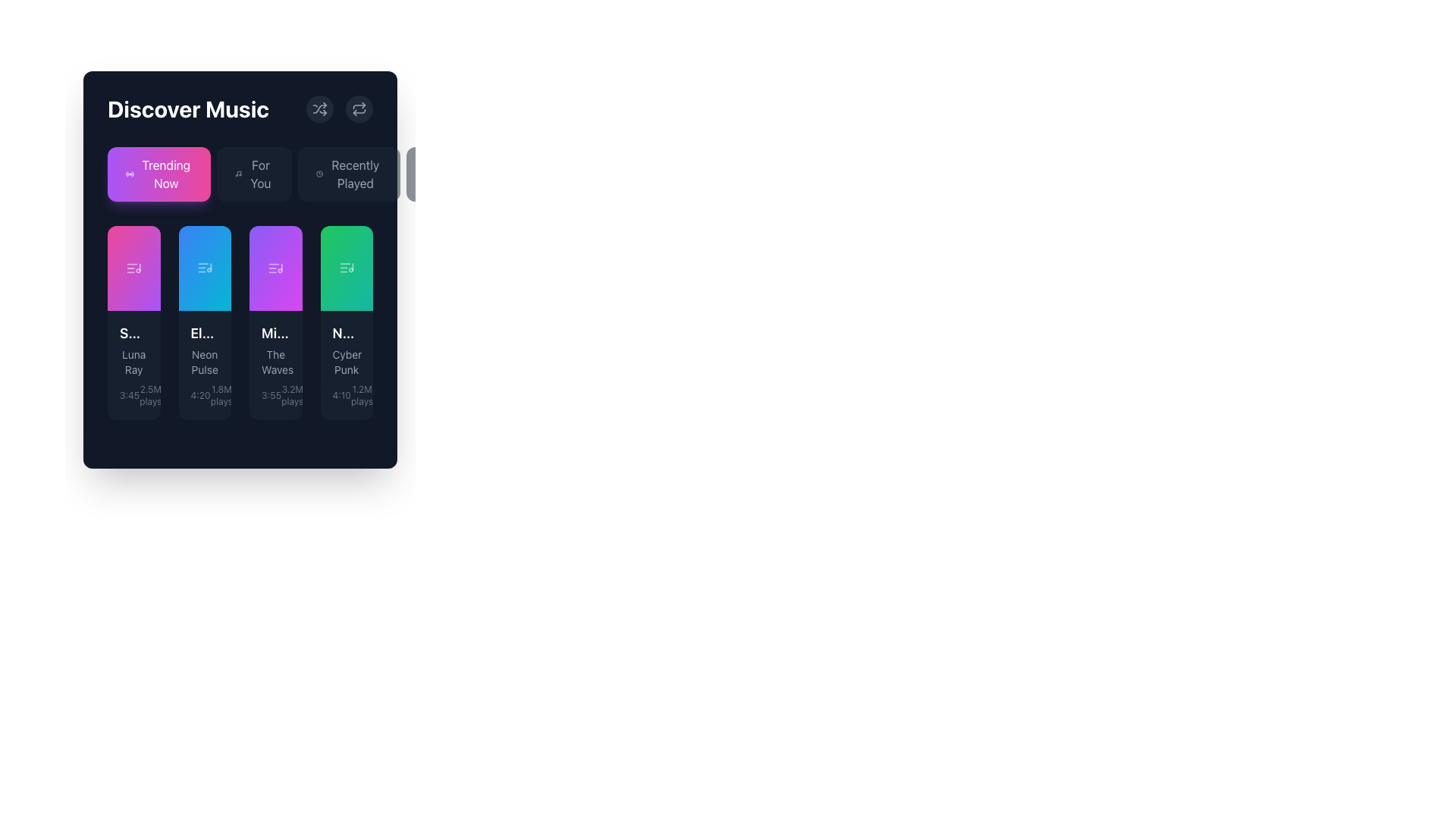 This screenshot has height=819, width=1456. Describe the element at coordinates (133, 322) in the screenshot. I see `the first music item card` at that location.